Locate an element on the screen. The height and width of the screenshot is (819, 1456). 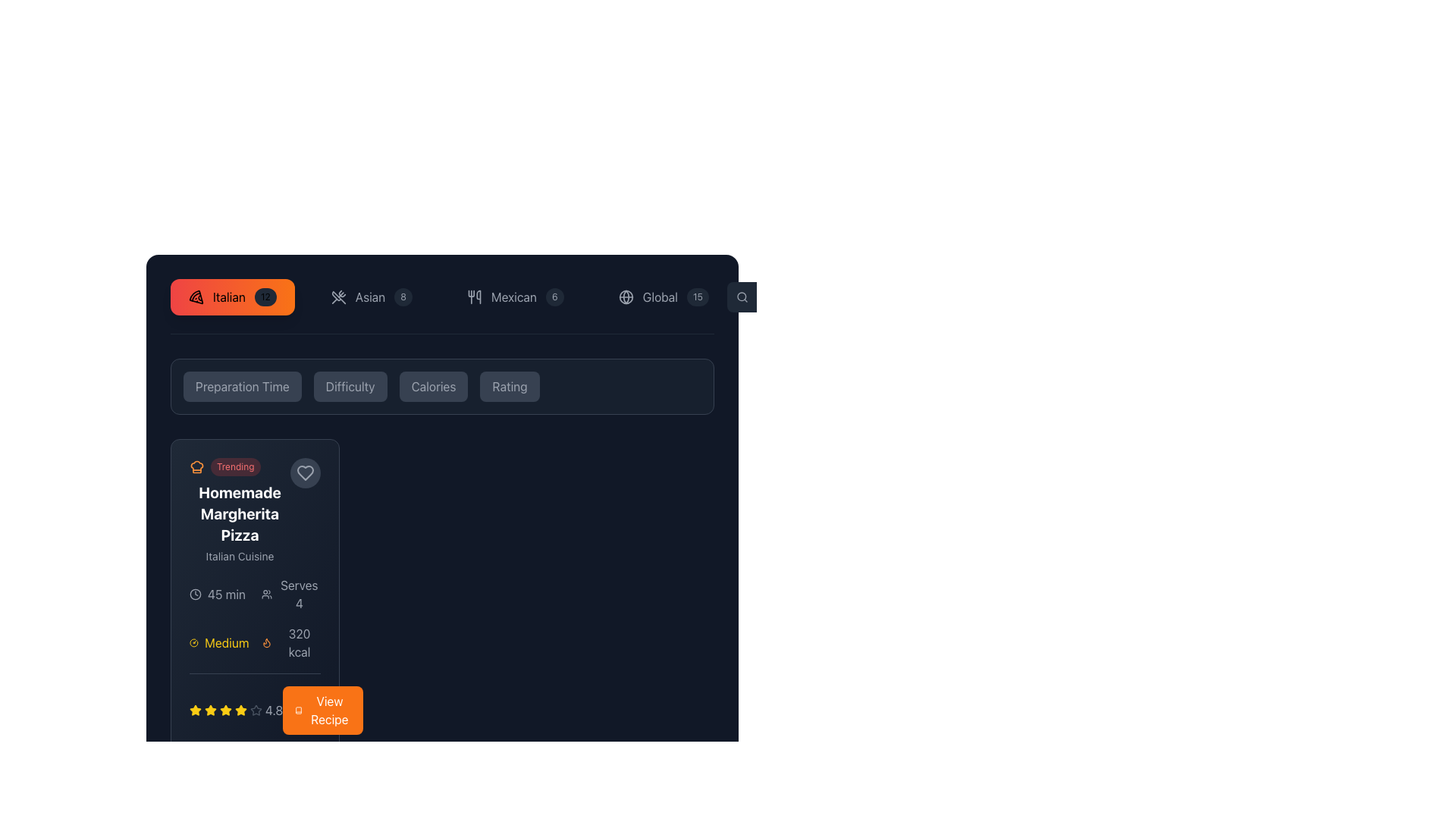
the fourth star icon representing a filled rating for 'Homemade Margherita Pizza', which is located below the description and above the 'View Recipe' button is located at coordinates (224, 711).